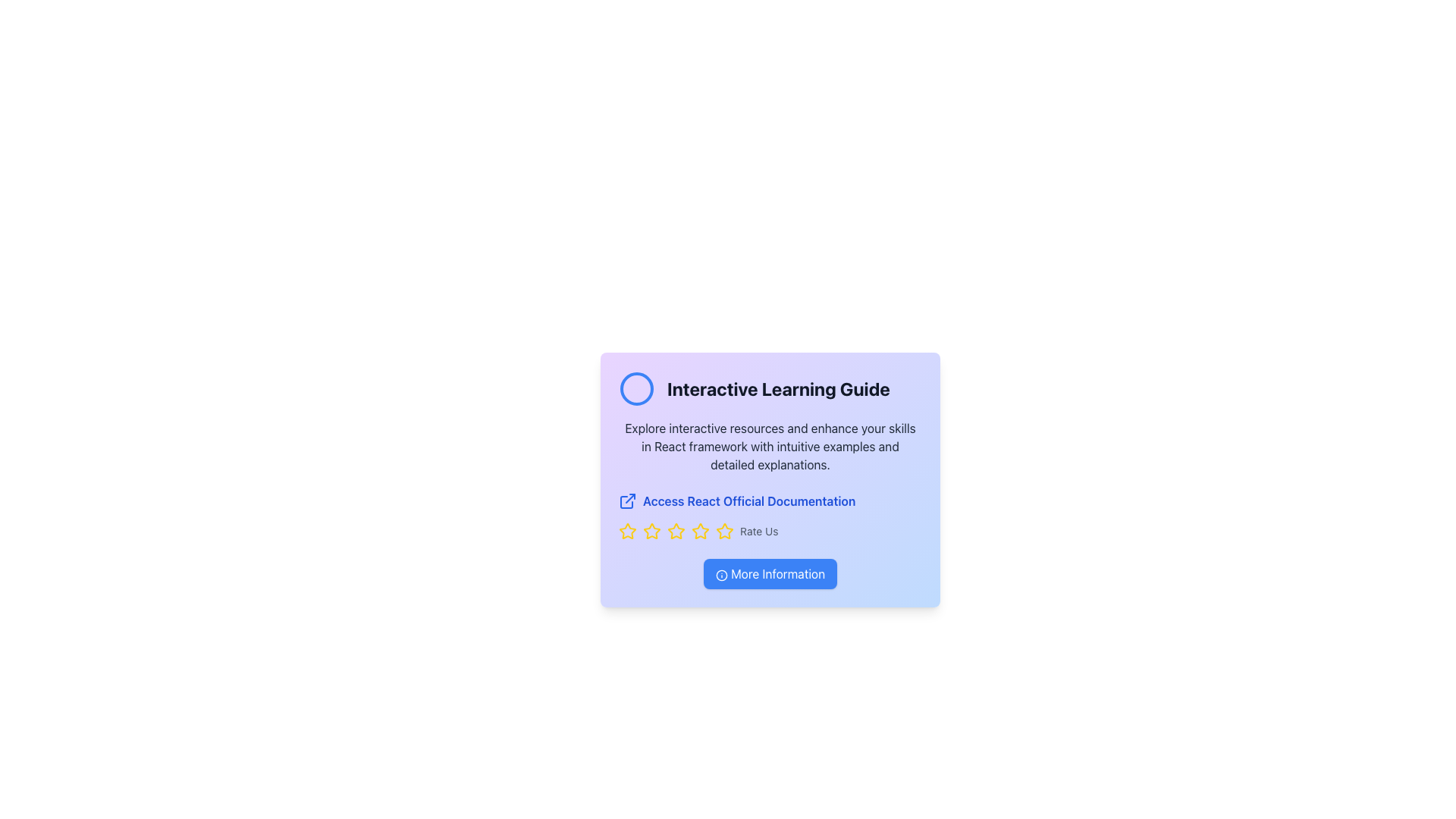 This screenshot has height=819, width=1456. What do you see at coordinates (723, 531) in the screenshot?
I see `the fifth star icon in the rating system to indicate a rating of 5, which is located below the main content text of the card and aligned with similar stars that precede the text 'Rate Us'` at bounding box center [723, 531].